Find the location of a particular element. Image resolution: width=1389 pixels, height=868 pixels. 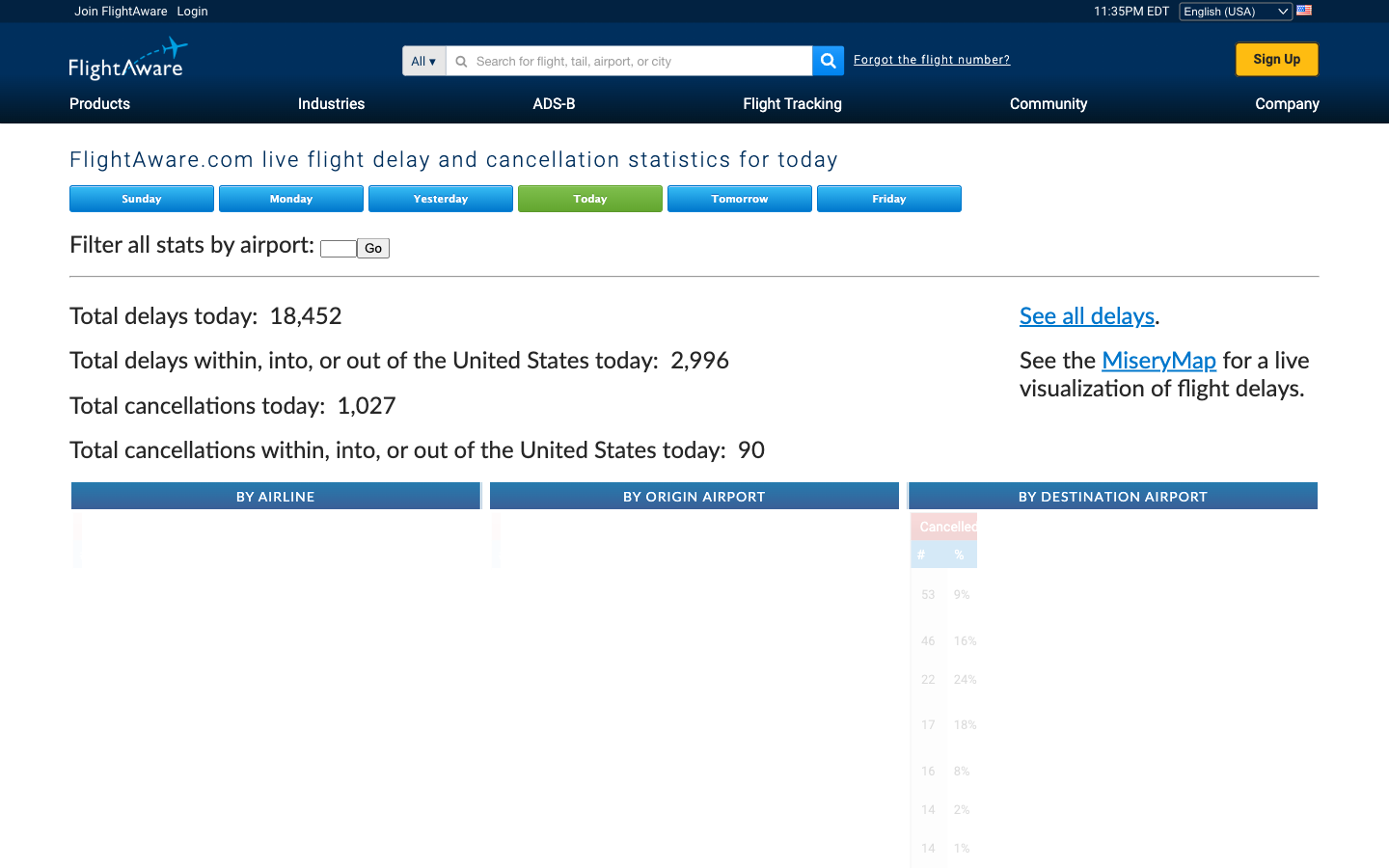

Review real-time flight delay and cancellation stats for Monday on Flight Aware is located at coordinates (293, 199).